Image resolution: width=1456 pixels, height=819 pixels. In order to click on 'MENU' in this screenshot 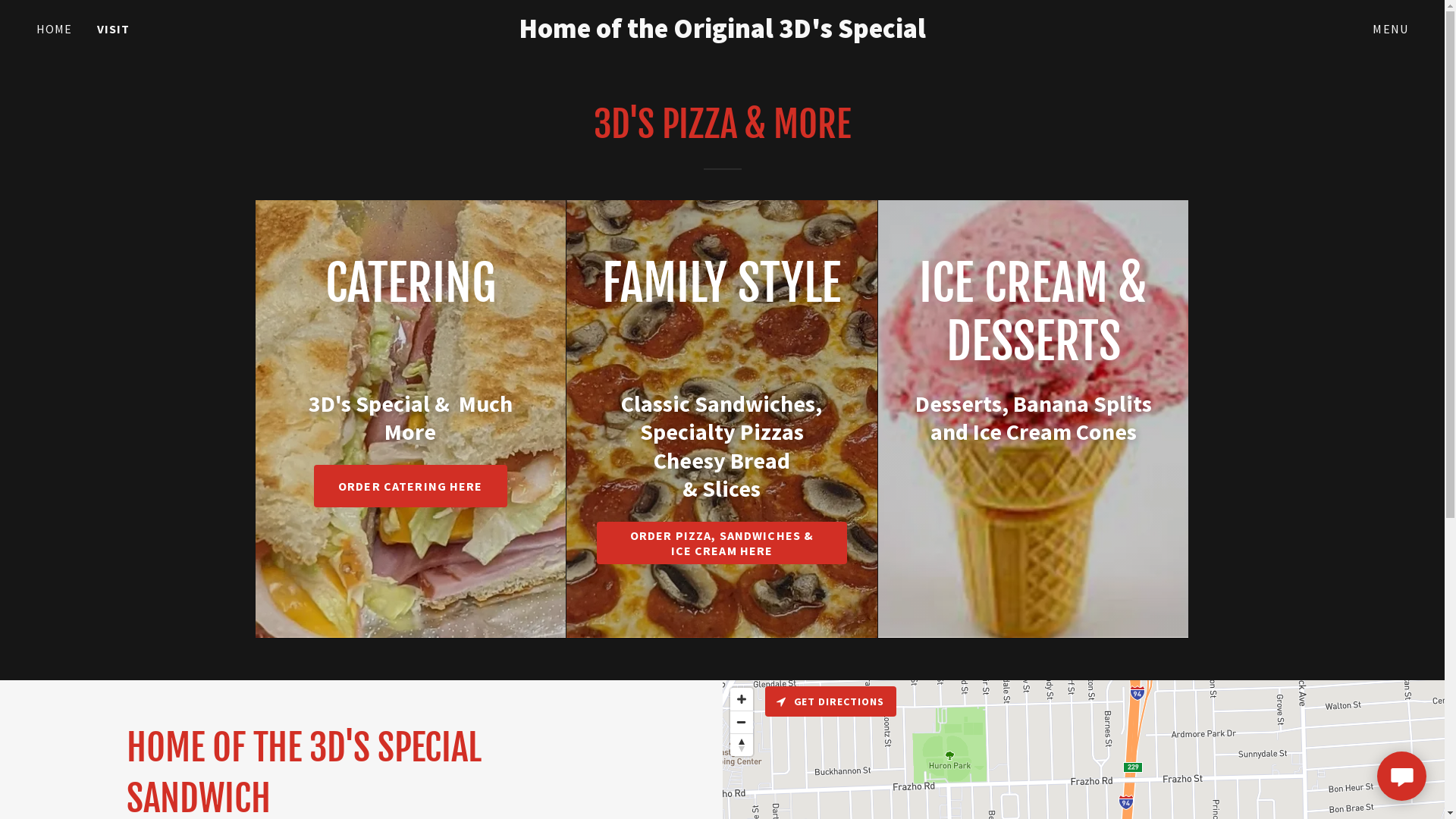, I will do `click(1390, 29)`.